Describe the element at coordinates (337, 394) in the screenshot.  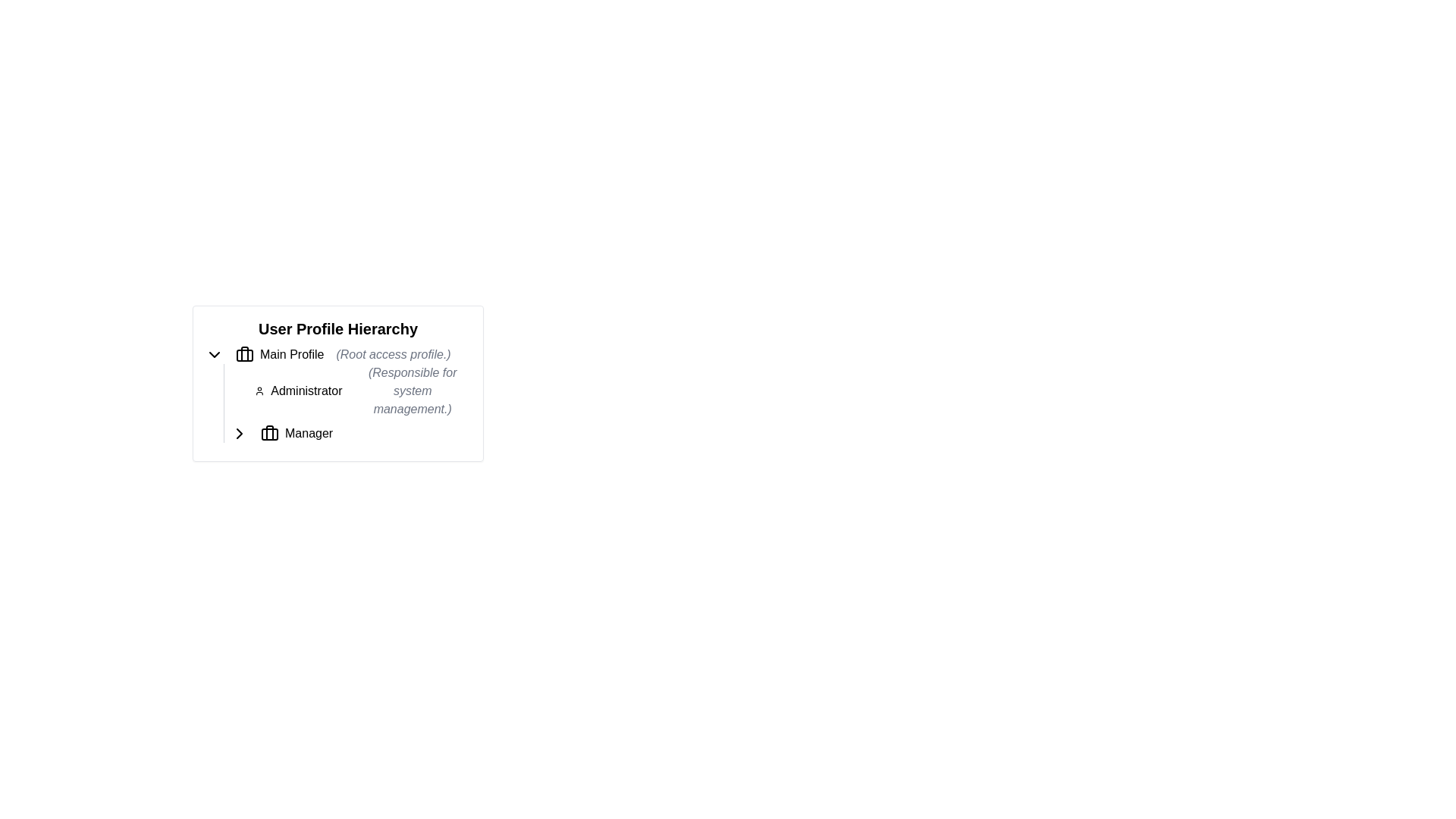
I see `the hierarchical structure of roles under the 'User Profile Hierarchy' section, which includes entries like 'Main Profile,' 'Administrator,' and 'Manager.'` at that location.